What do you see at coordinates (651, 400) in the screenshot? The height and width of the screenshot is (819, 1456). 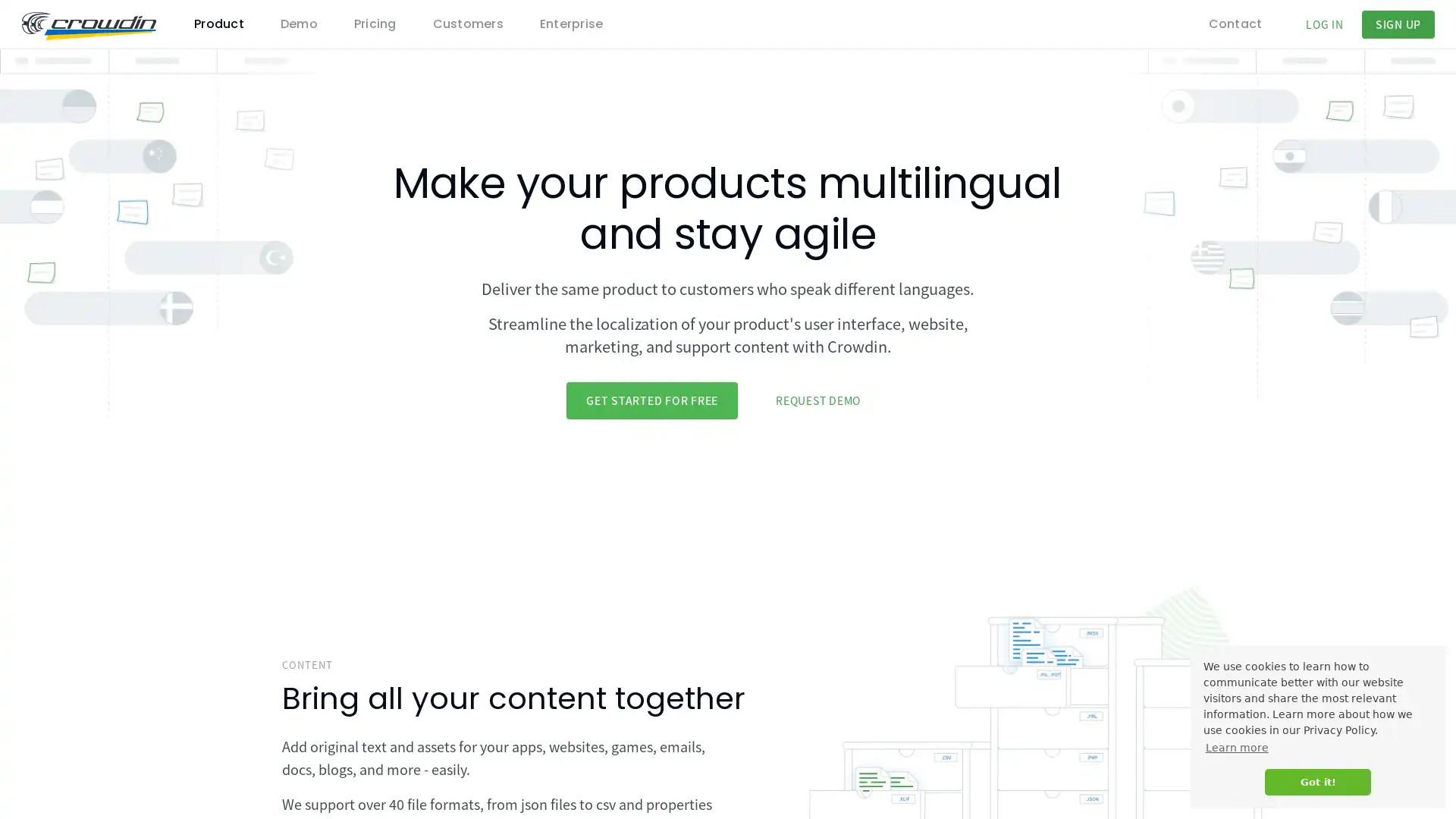 I see `GET STARTED FOR FREE` at bounding box center [651, 400].